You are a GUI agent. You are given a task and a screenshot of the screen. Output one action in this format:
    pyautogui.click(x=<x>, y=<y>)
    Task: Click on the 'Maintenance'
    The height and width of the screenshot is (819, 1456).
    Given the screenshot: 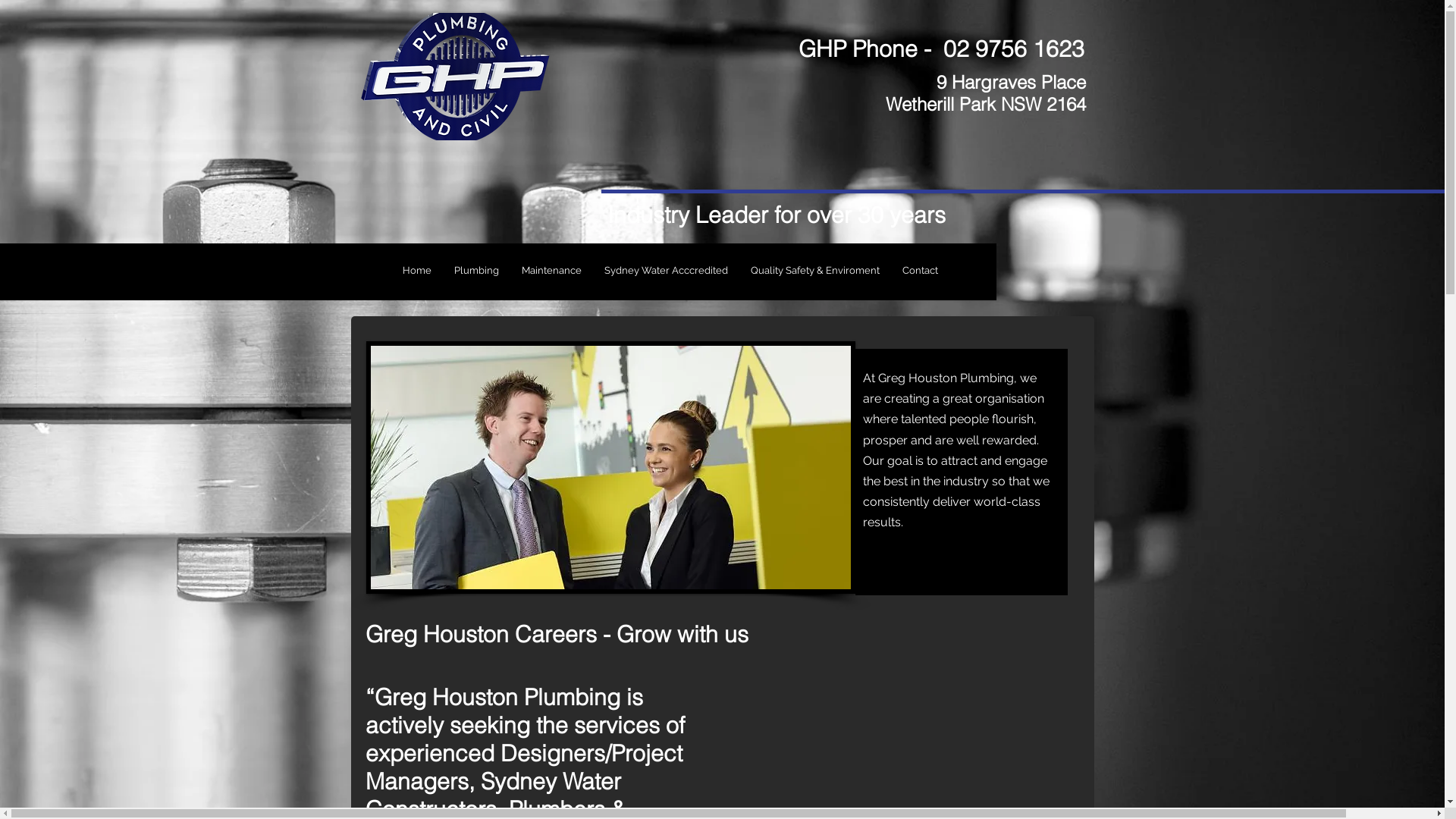 What is the action you would take?
    pyautogui.click(x=510, y=270)
    